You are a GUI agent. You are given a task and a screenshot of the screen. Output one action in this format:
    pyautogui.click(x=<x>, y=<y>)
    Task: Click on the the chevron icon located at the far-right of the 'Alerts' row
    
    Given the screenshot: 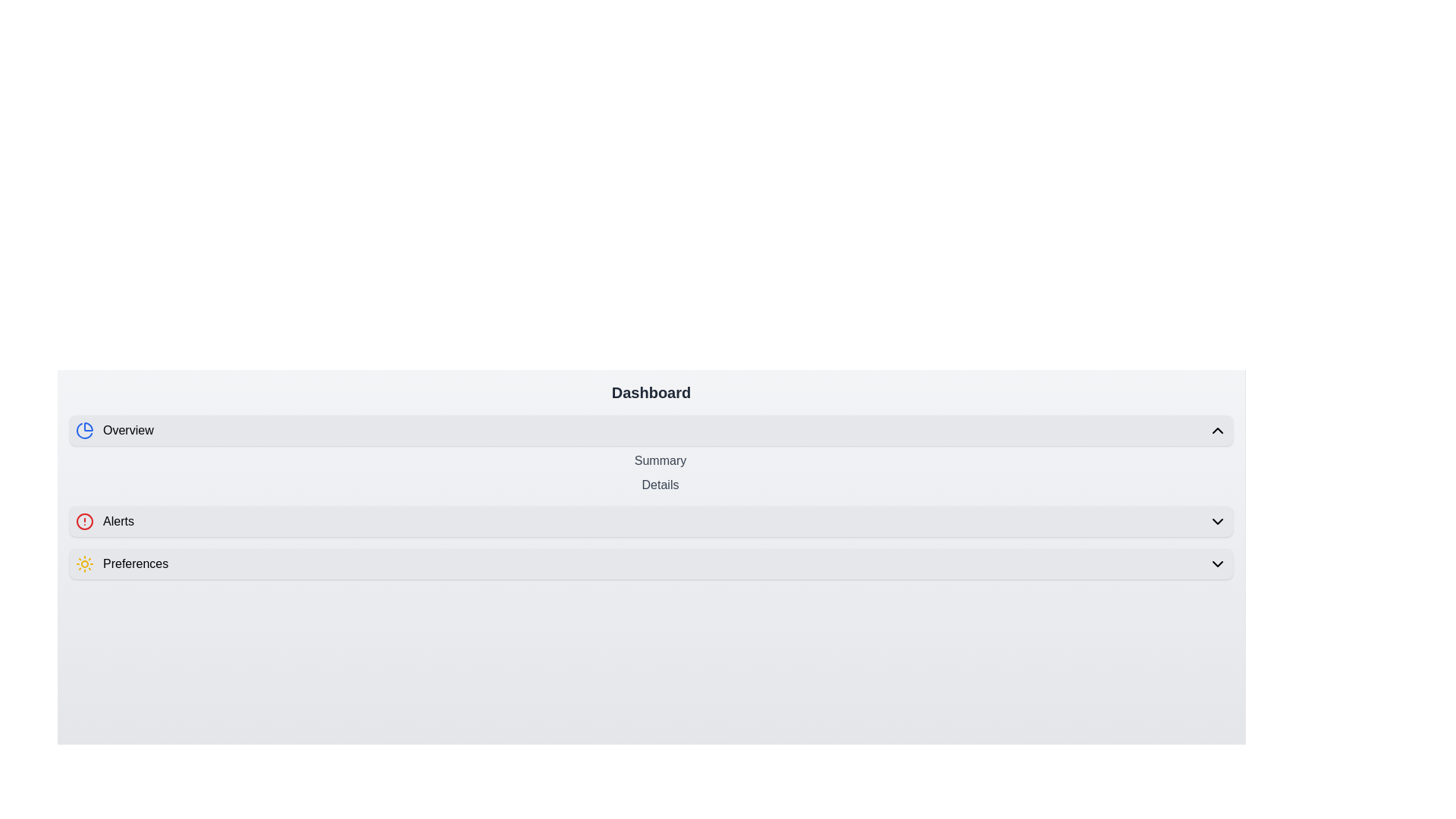 What is the action you would take?
    pyautogui.click(x=1218, y=520)
    